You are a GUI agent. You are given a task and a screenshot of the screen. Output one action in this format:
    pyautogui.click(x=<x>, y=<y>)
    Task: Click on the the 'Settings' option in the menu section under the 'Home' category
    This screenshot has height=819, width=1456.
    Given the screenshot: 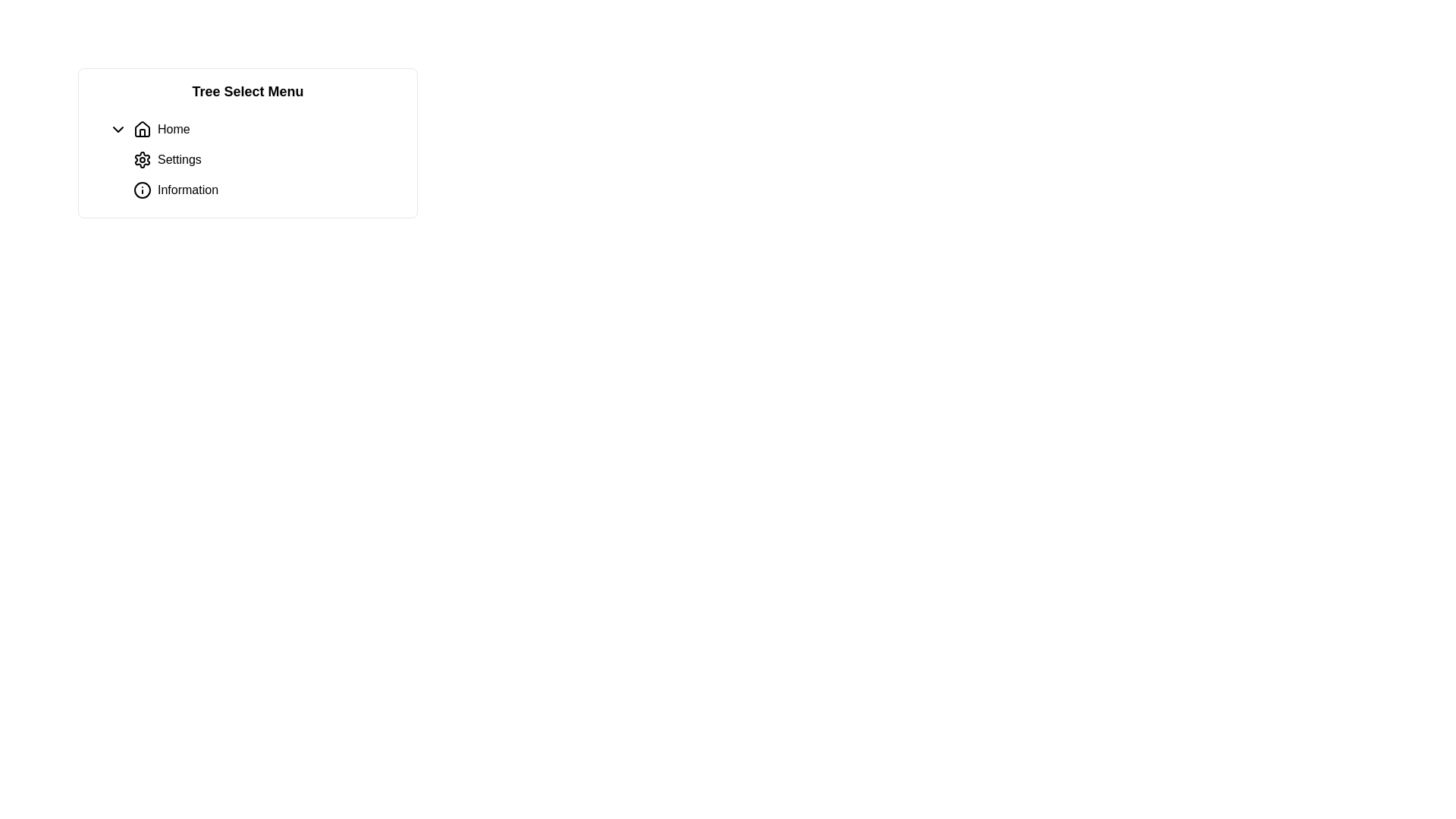 What is the action you would take?
    pyautogui.click(x=259, y=174)
    